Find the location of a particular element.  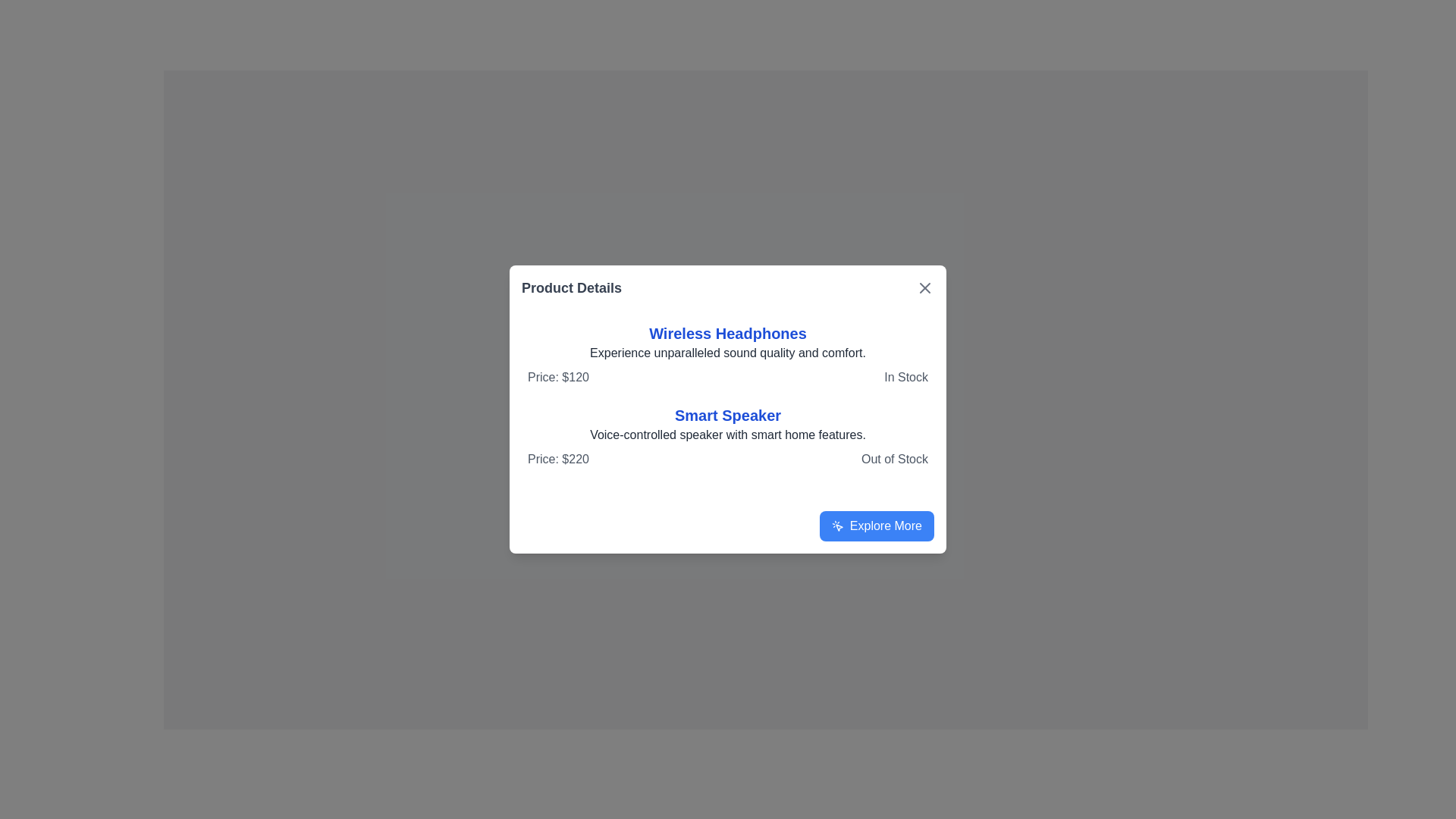

the informational block displaying details about the 'Wireless Headphones' product within the 'Product Details' modal dialog is located at coordinates (728, 354).